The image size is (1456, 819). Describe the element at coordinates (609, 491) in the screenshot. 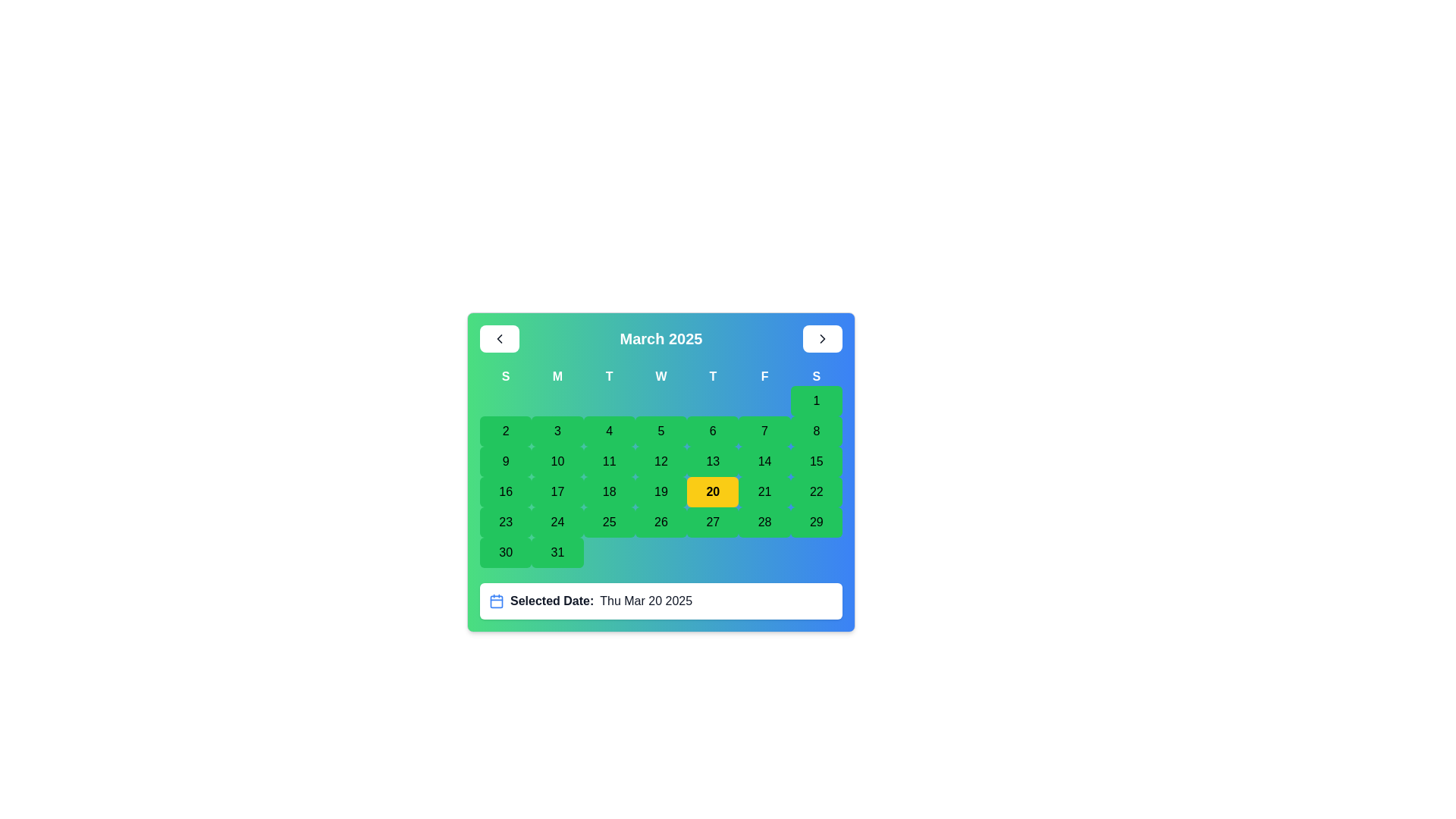

I see `the interactive button styled as a date grid item displaying the number '18'` at that location.